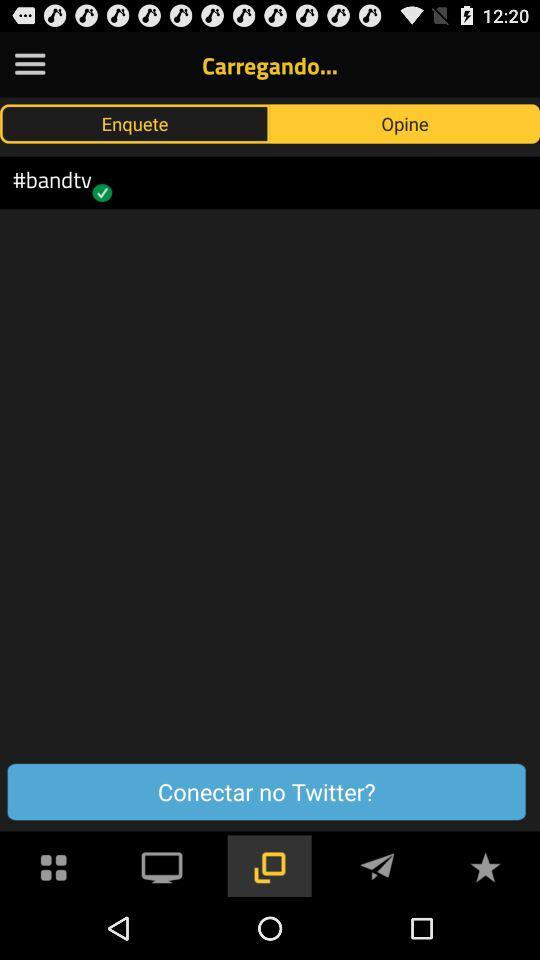  Describe the element at coordinates (29, 64) in the screenshot. I see `icon next to the carregando... icon` at that location.